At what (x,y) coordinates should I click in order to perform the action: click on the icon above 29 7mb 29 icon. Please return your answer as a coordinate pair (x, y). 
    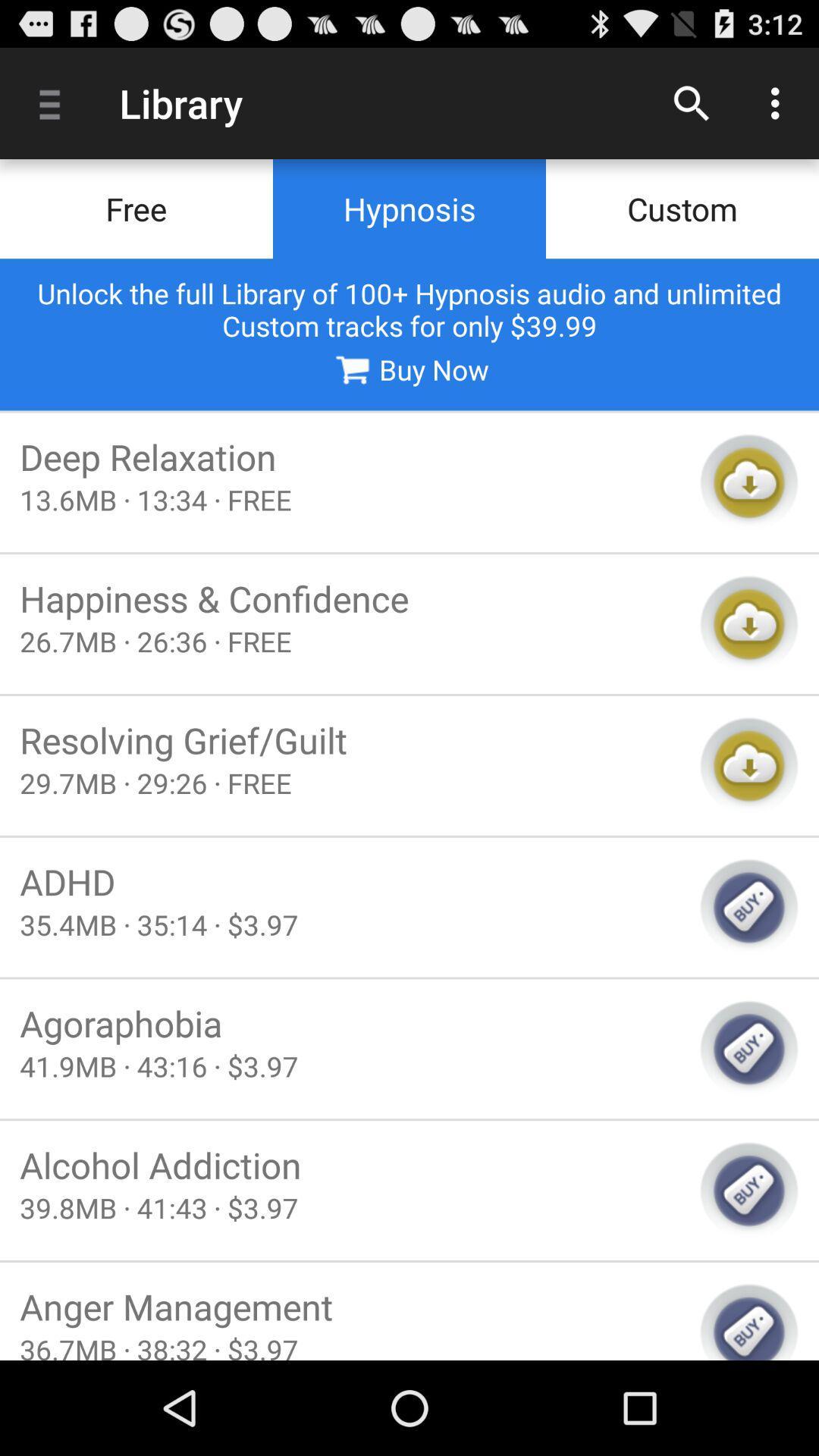
    Looking at the image, I should click on (350, 740).